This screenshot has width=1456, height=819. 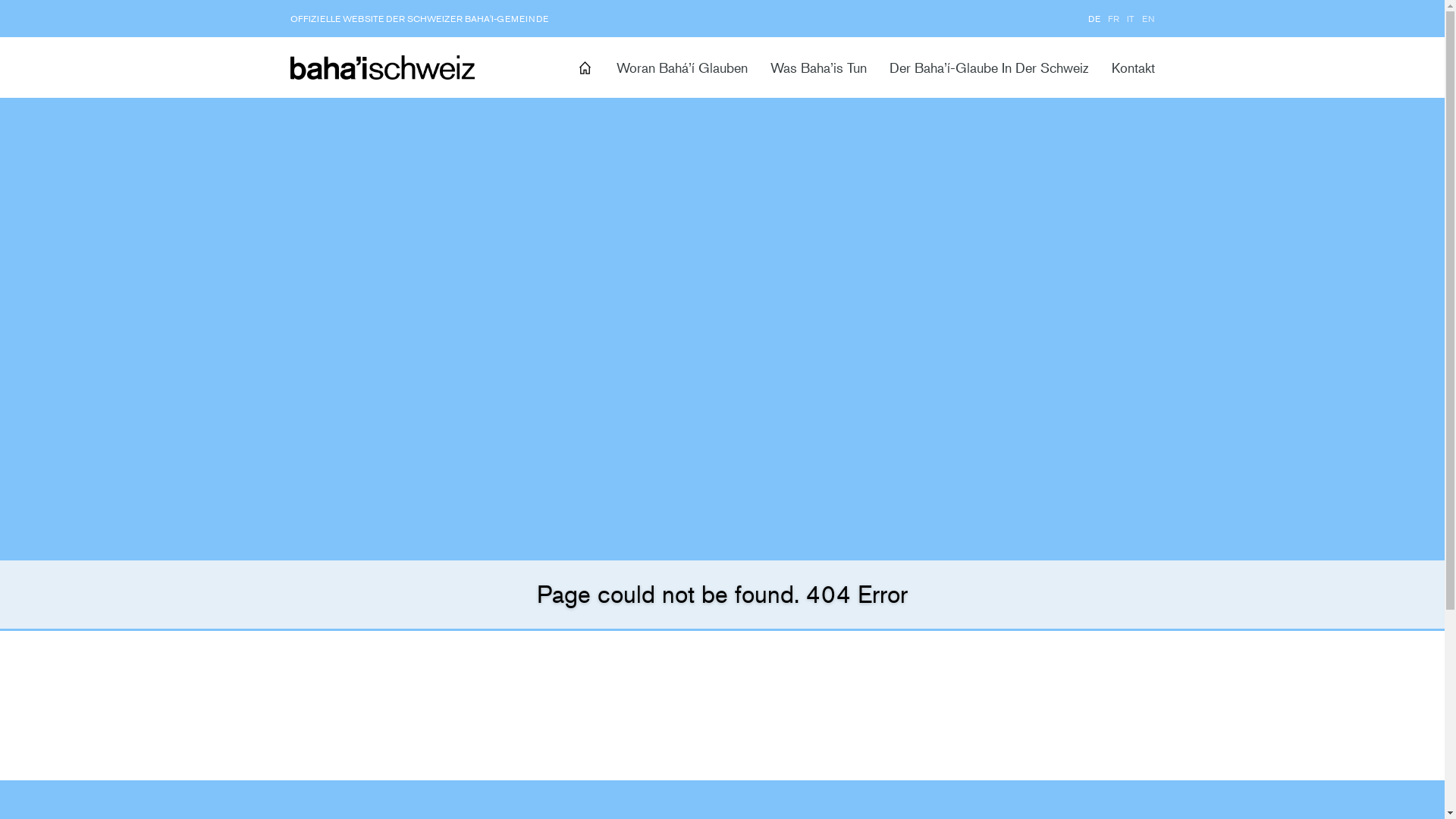 I want to click on 'FR', so click(x=1112, y=18).